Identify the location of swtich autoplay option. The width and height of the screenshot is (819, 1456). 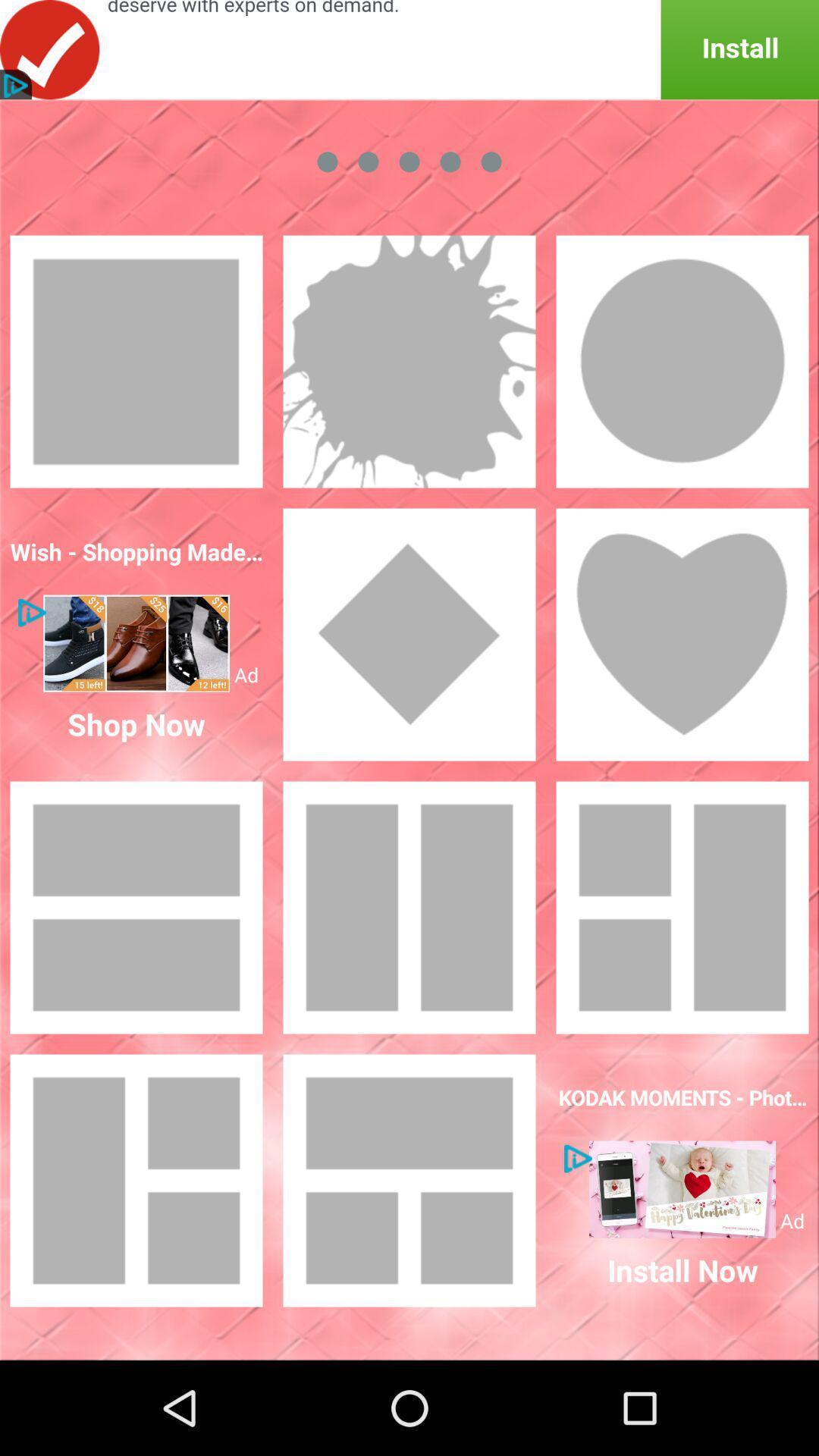
(409, 634).